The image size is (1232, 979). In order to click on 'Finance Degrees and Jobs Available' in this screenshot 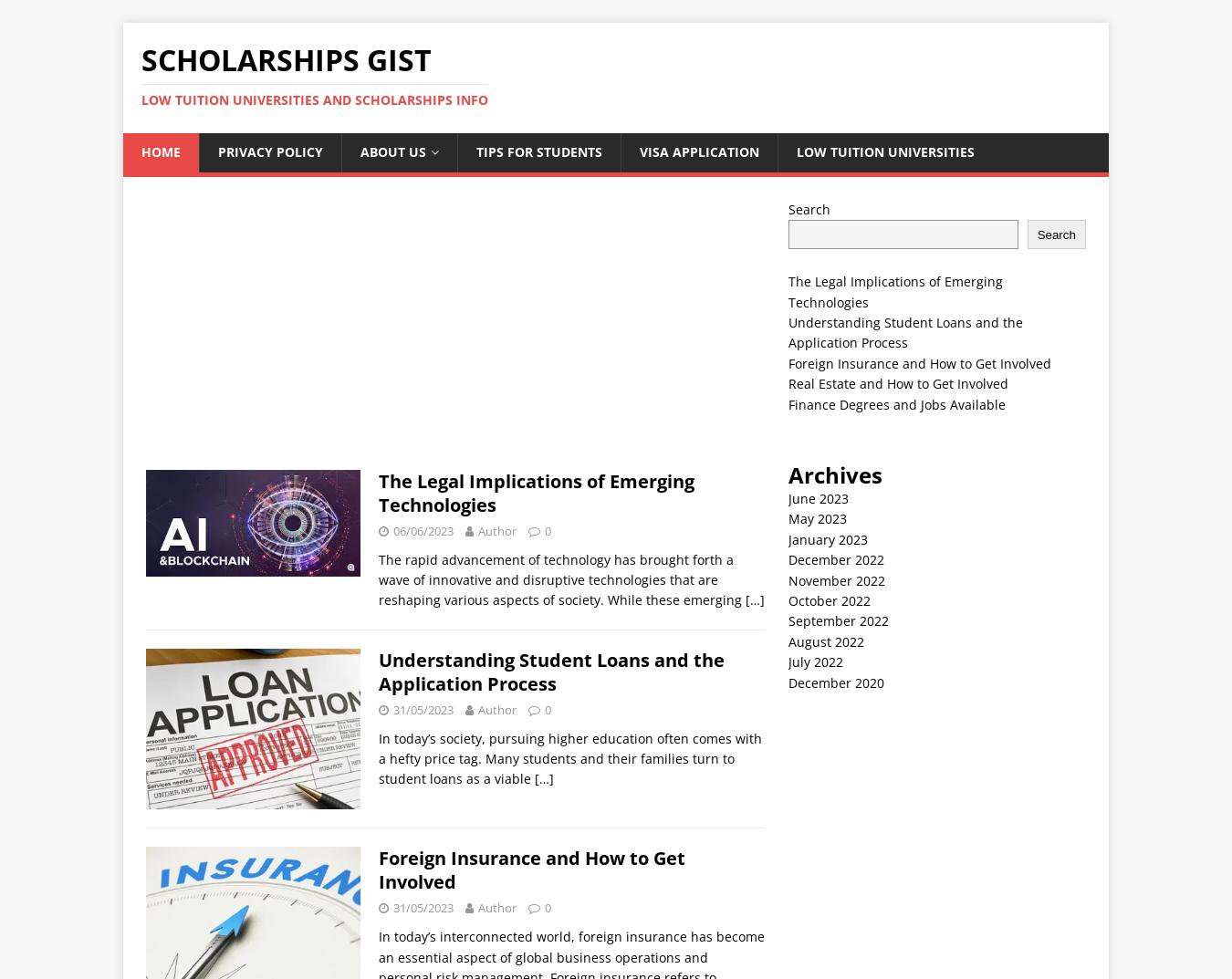, I will do `click(894, 403)`.